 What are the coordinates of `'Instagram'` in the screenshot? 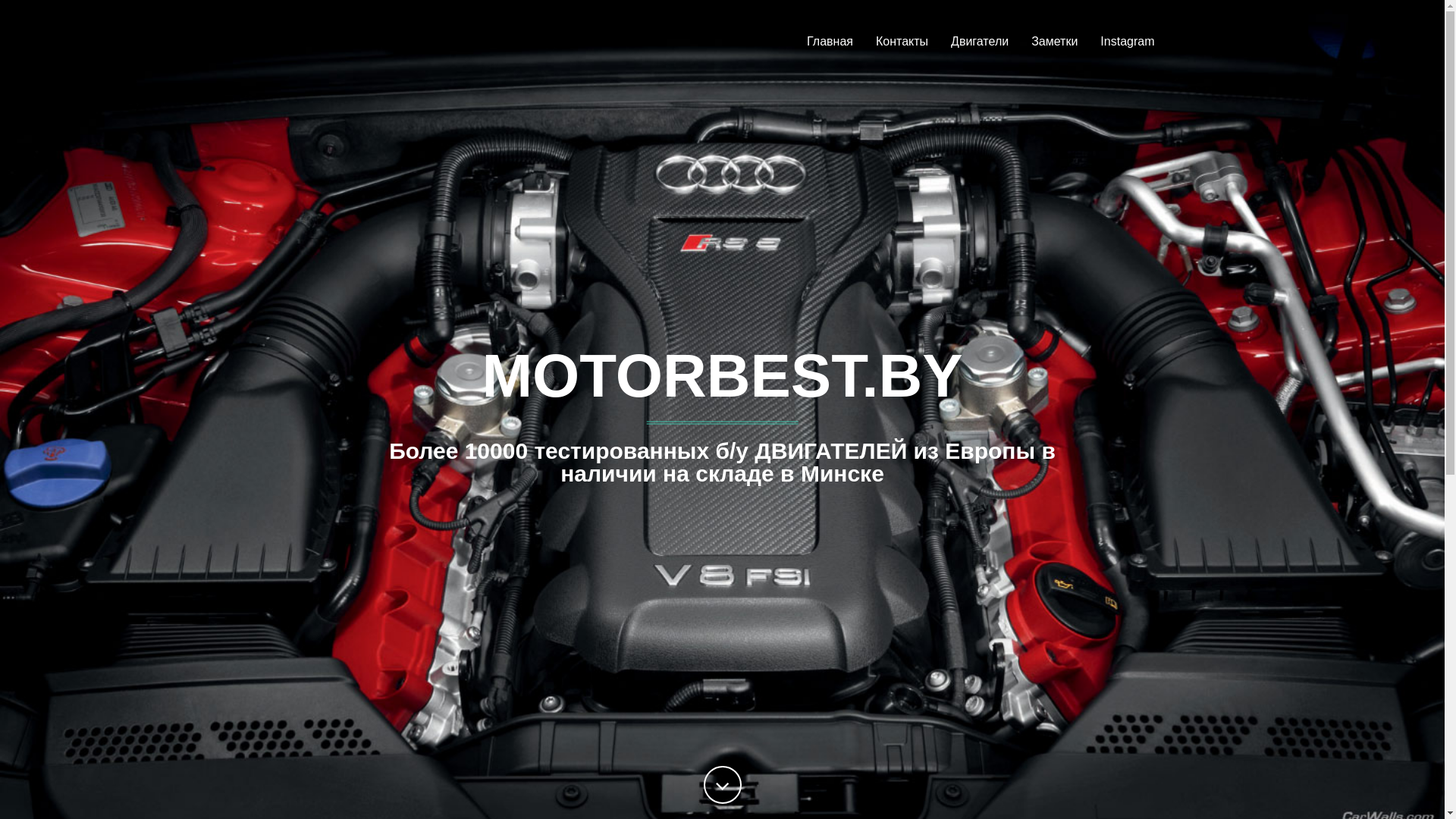 It's located at (1127, 40).